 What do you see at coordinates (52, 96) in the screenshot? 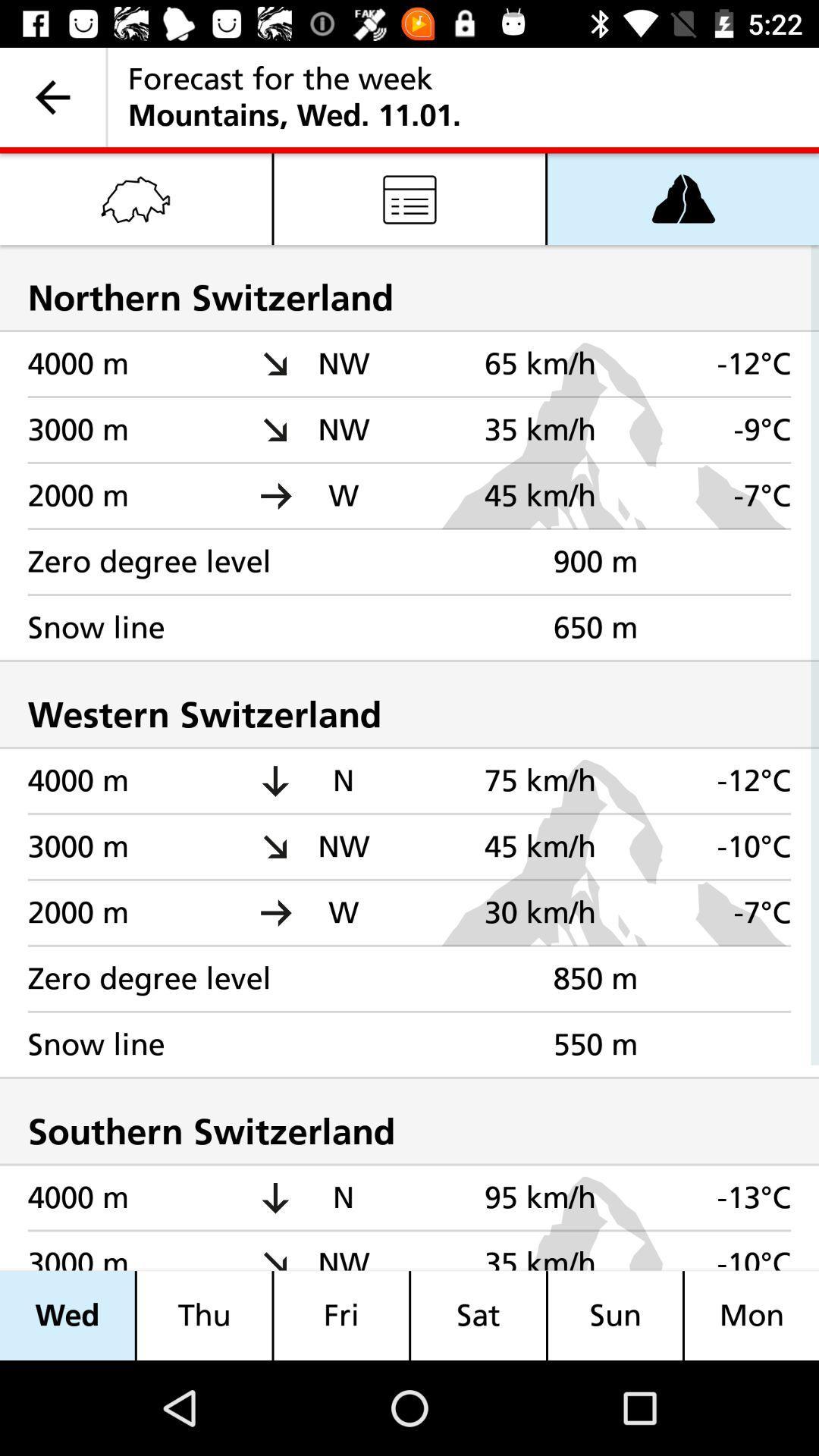
I see `icon next to the forecast for the icon` at bounding box center [52, 96].